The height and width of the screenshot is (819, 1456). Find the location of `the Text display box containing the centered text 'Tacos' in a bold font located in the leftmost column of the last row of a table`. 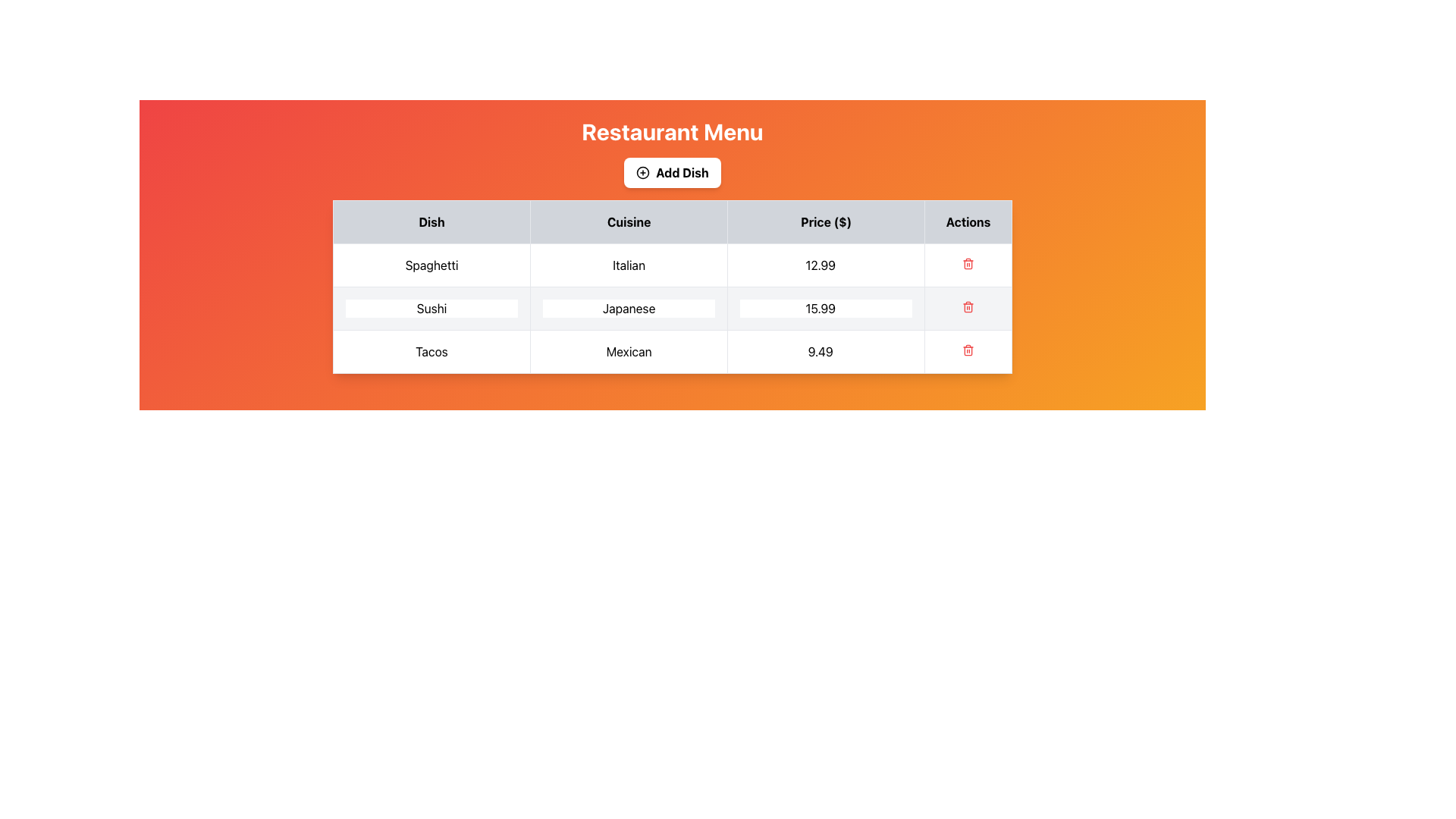

the Text display box containing the centered text 'Tacos' in a bold font located in the leftmost column of the last row of a table is located at coordinates (431, 351).